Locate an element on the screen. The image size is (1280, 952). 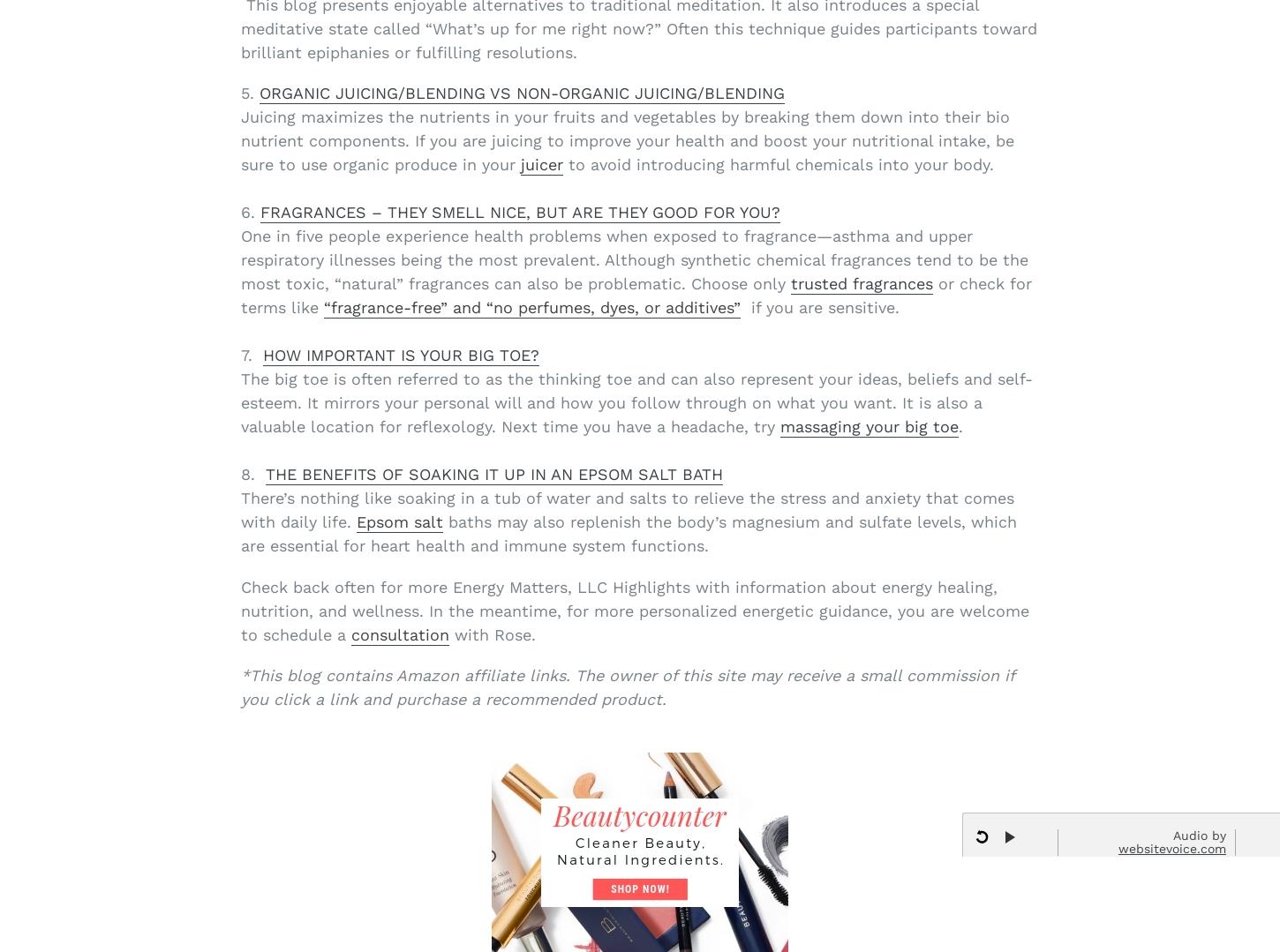
'There’s nothing like soaking in a tub of water and salts to relieve the stress and anxiety that comes with daily life.' is located at coordinates (626, 509).